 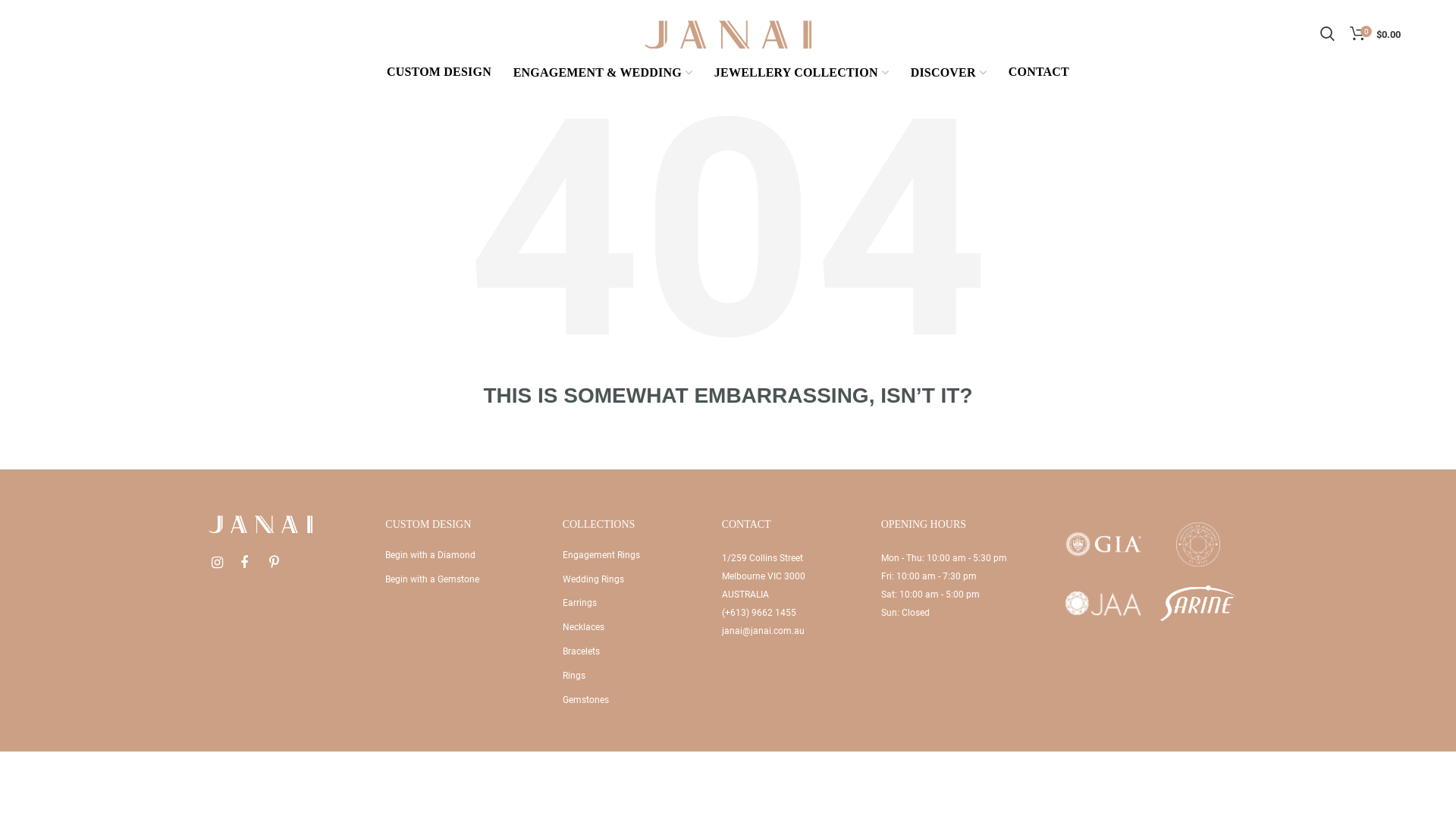 I want to click on 'Begin with a Gemstone', so click(x=385, y=579).